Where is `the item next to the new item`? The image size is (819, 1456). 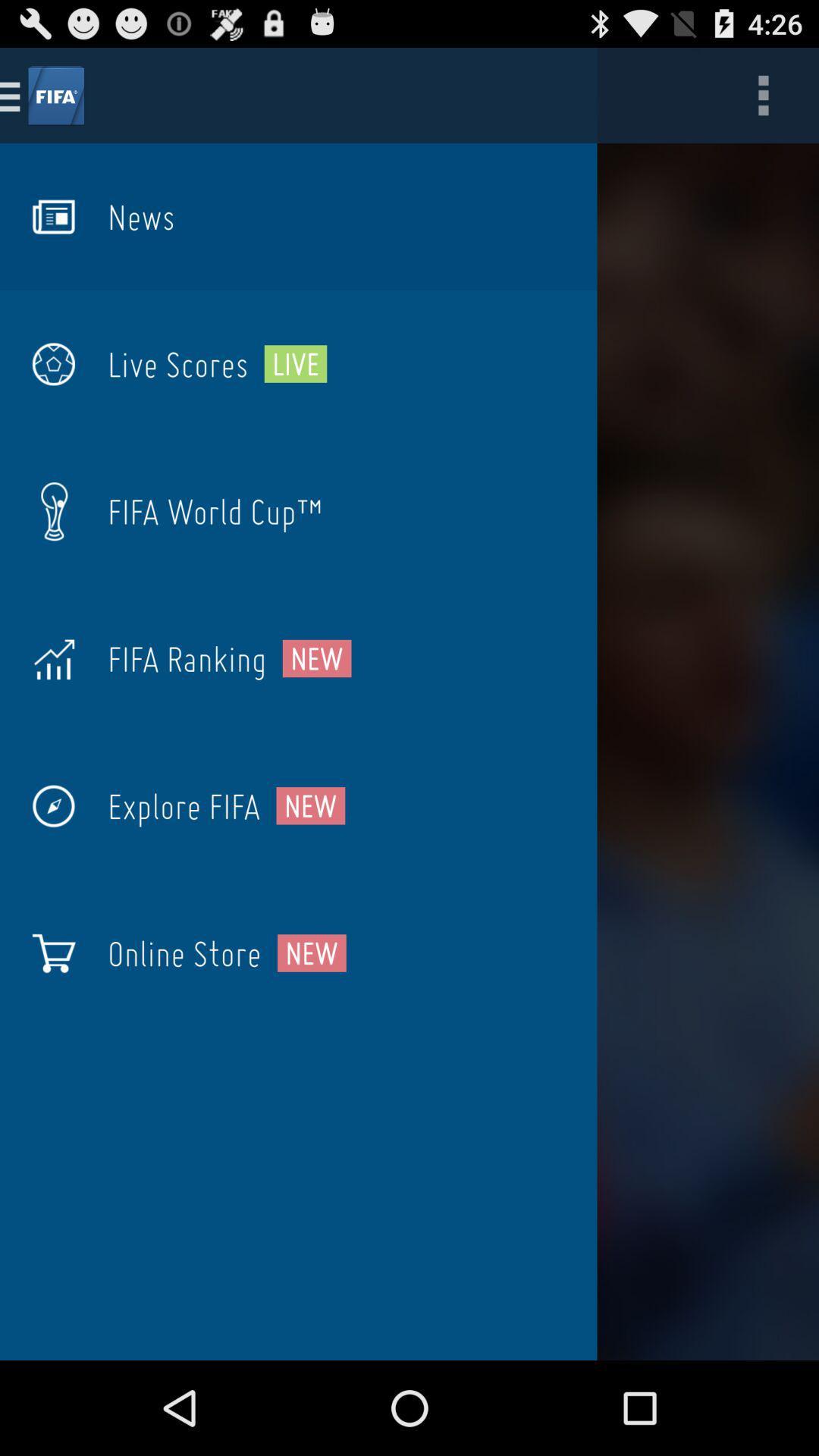 the item next to the new item is located at coordinates (184, 952).